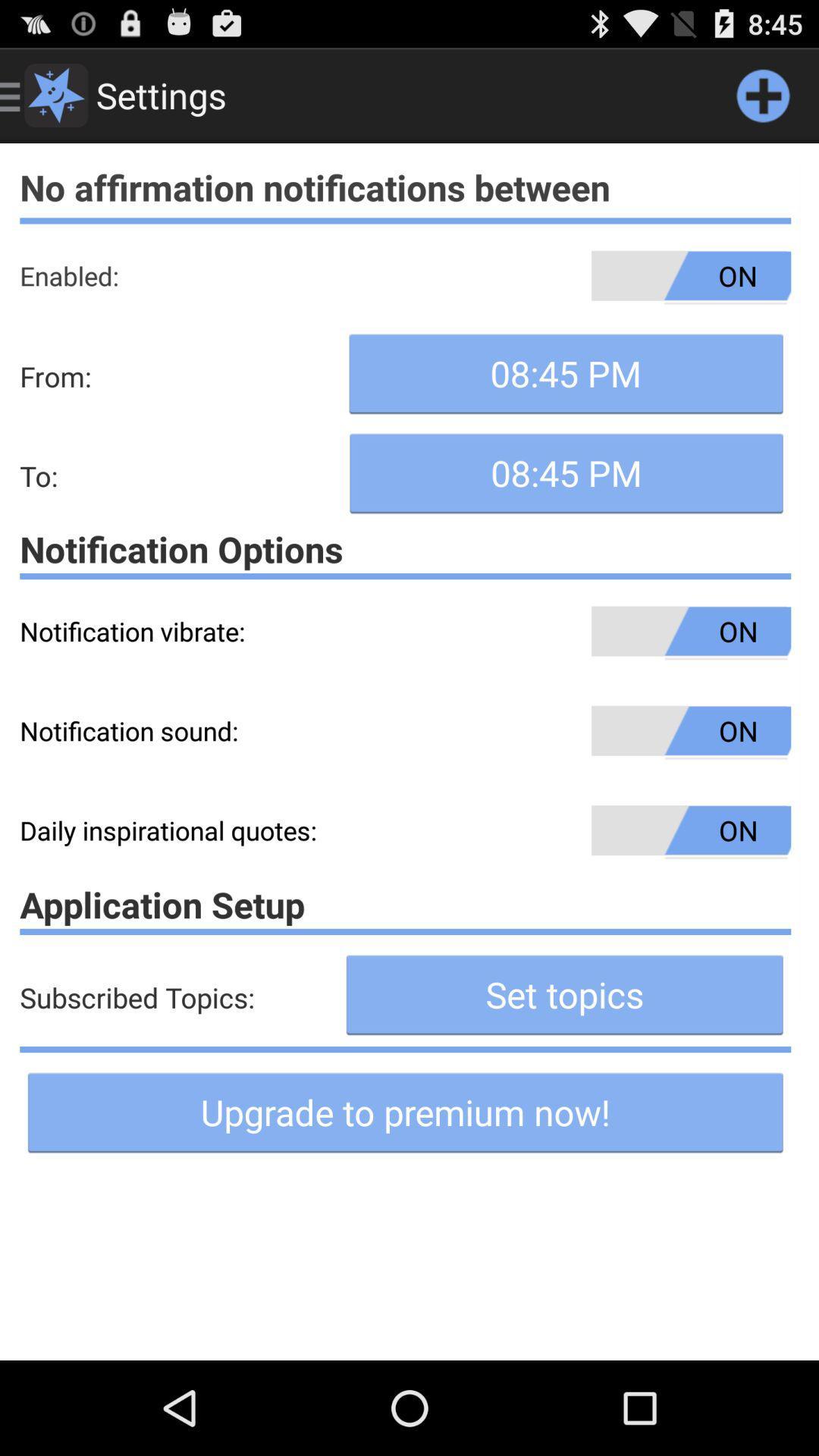  What do you see at coordinates (404, 830) in the screenshot?
I see `the third option under notification options` at bounding box center [404, 830].